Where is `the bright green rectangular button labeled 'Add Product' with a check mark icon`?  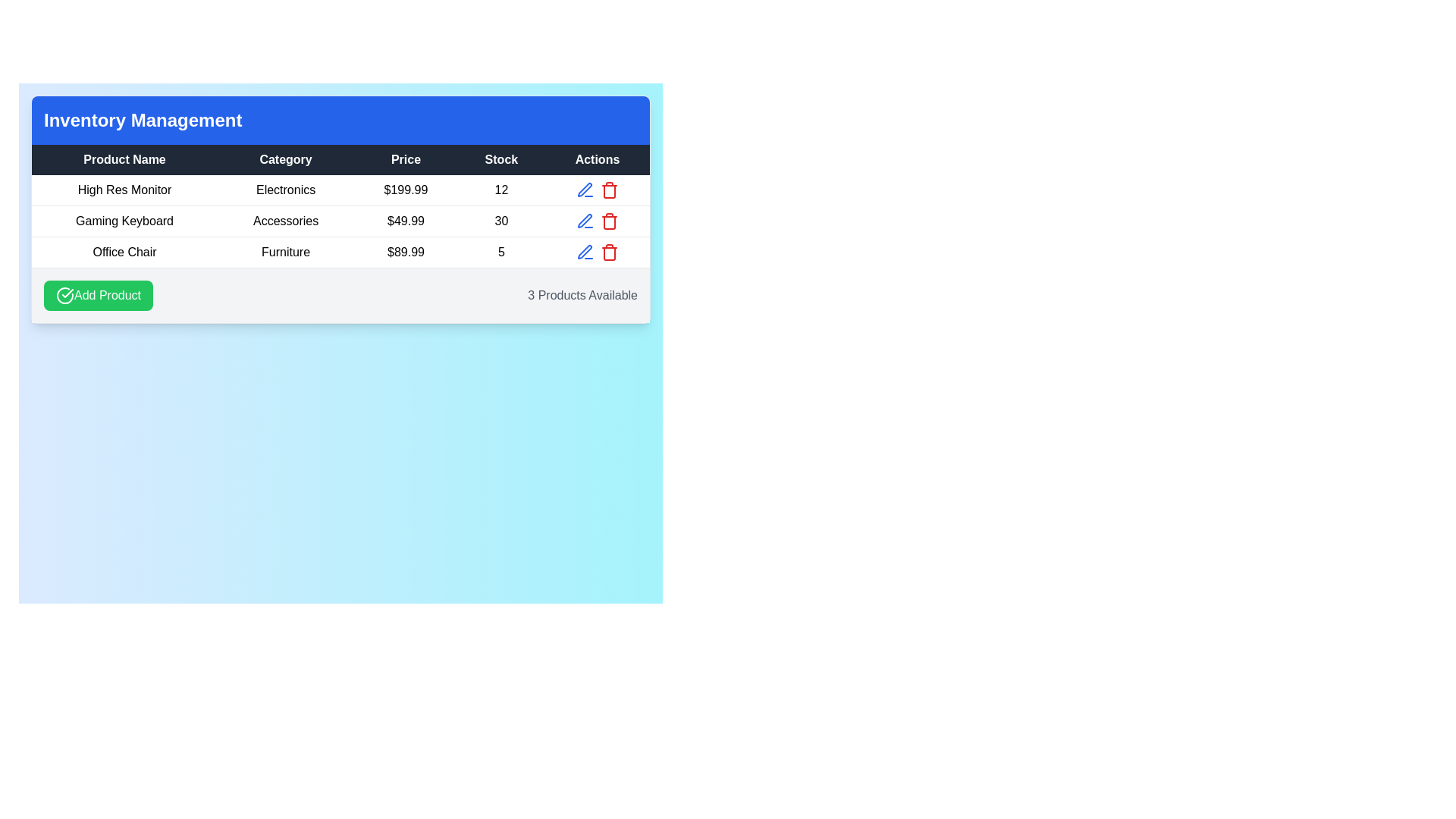 the bright green rectangular button labeled 'Add Product' with a check mark icon is located at coordinates (97, 295).